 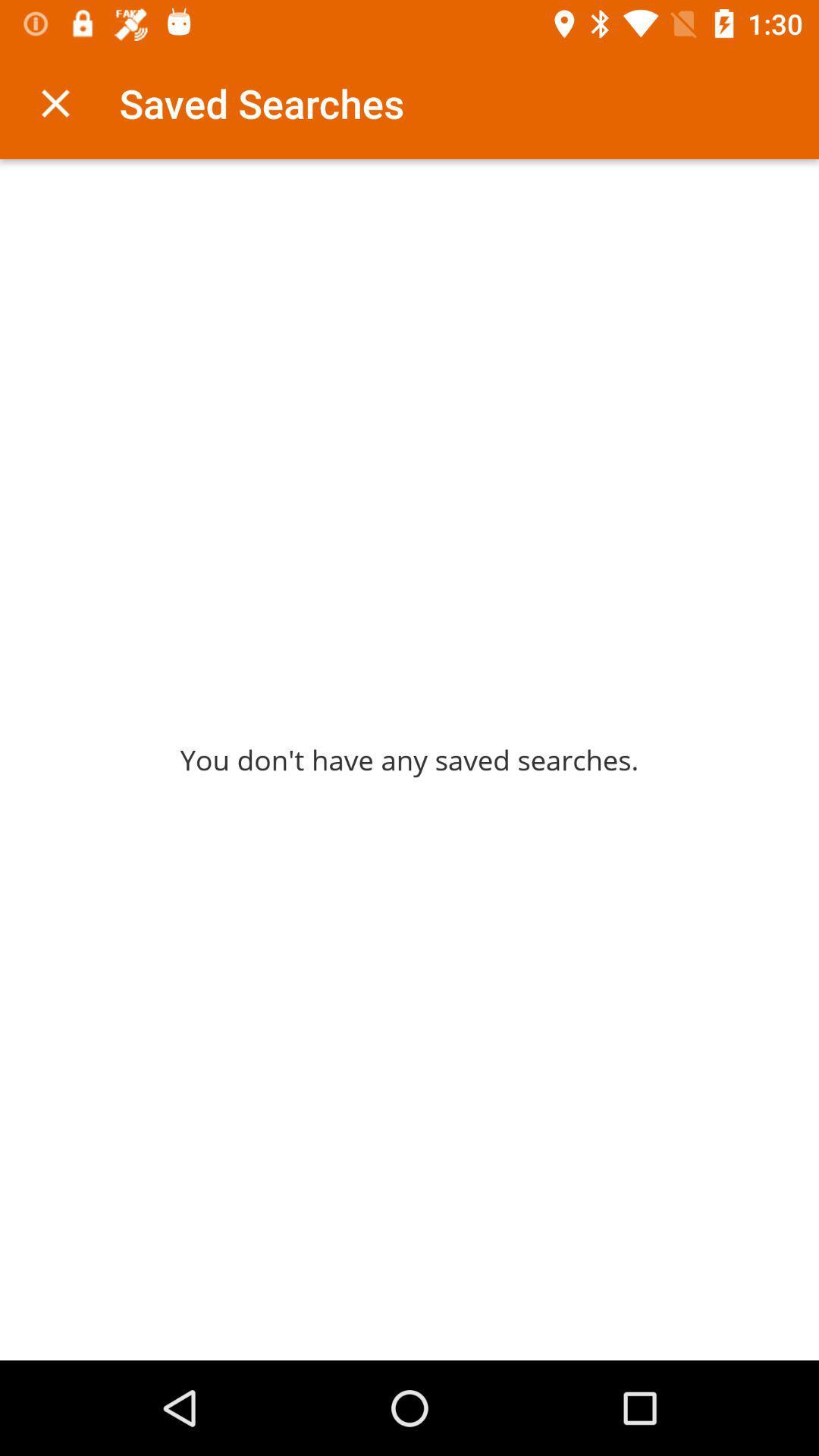 I want to click on the app next to the saved searches item, so click(x=55, y=102).